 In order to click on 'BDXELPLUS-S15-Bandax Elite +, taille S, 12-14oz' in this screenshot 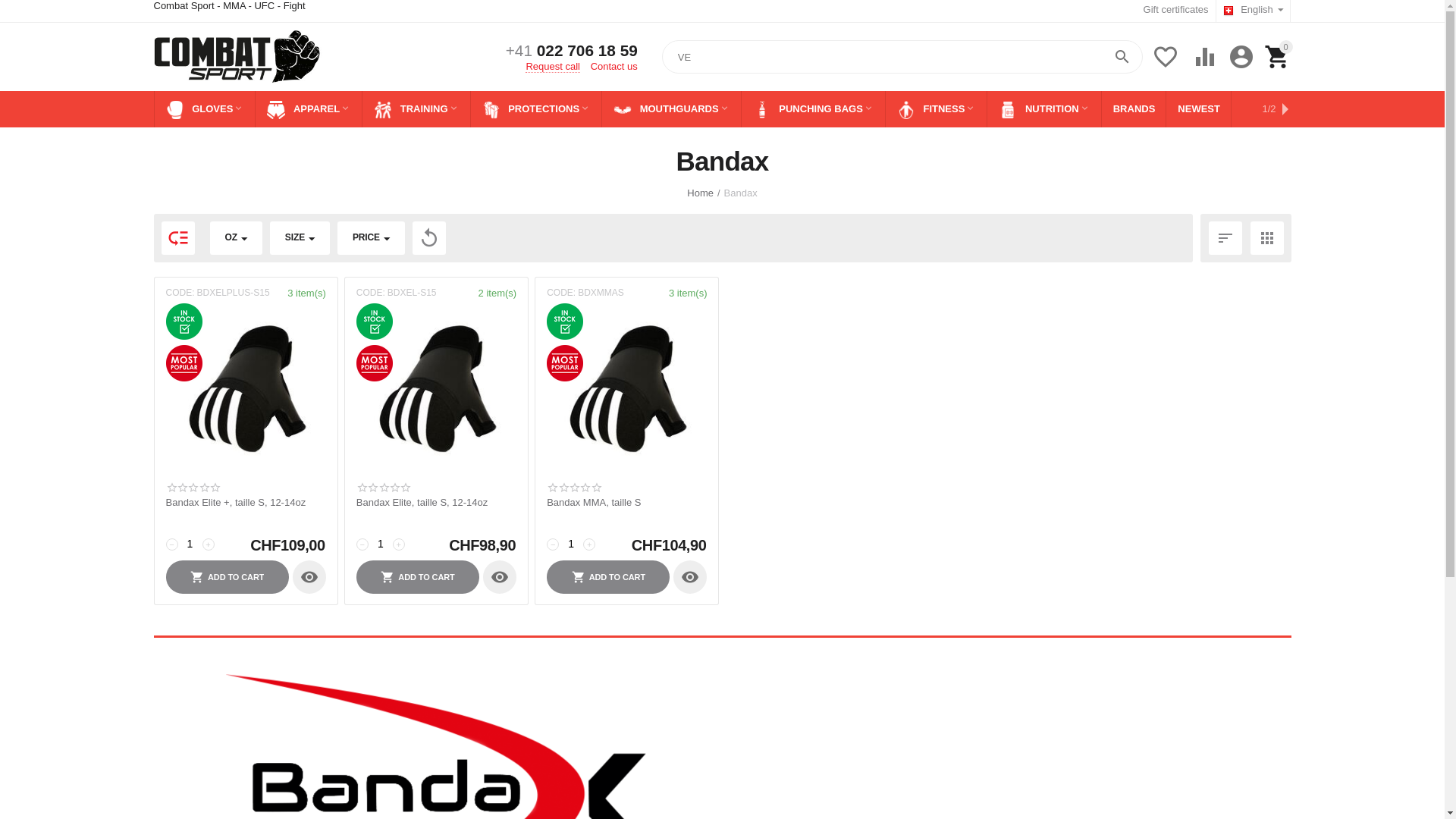, I will do `click(245, 389)`.